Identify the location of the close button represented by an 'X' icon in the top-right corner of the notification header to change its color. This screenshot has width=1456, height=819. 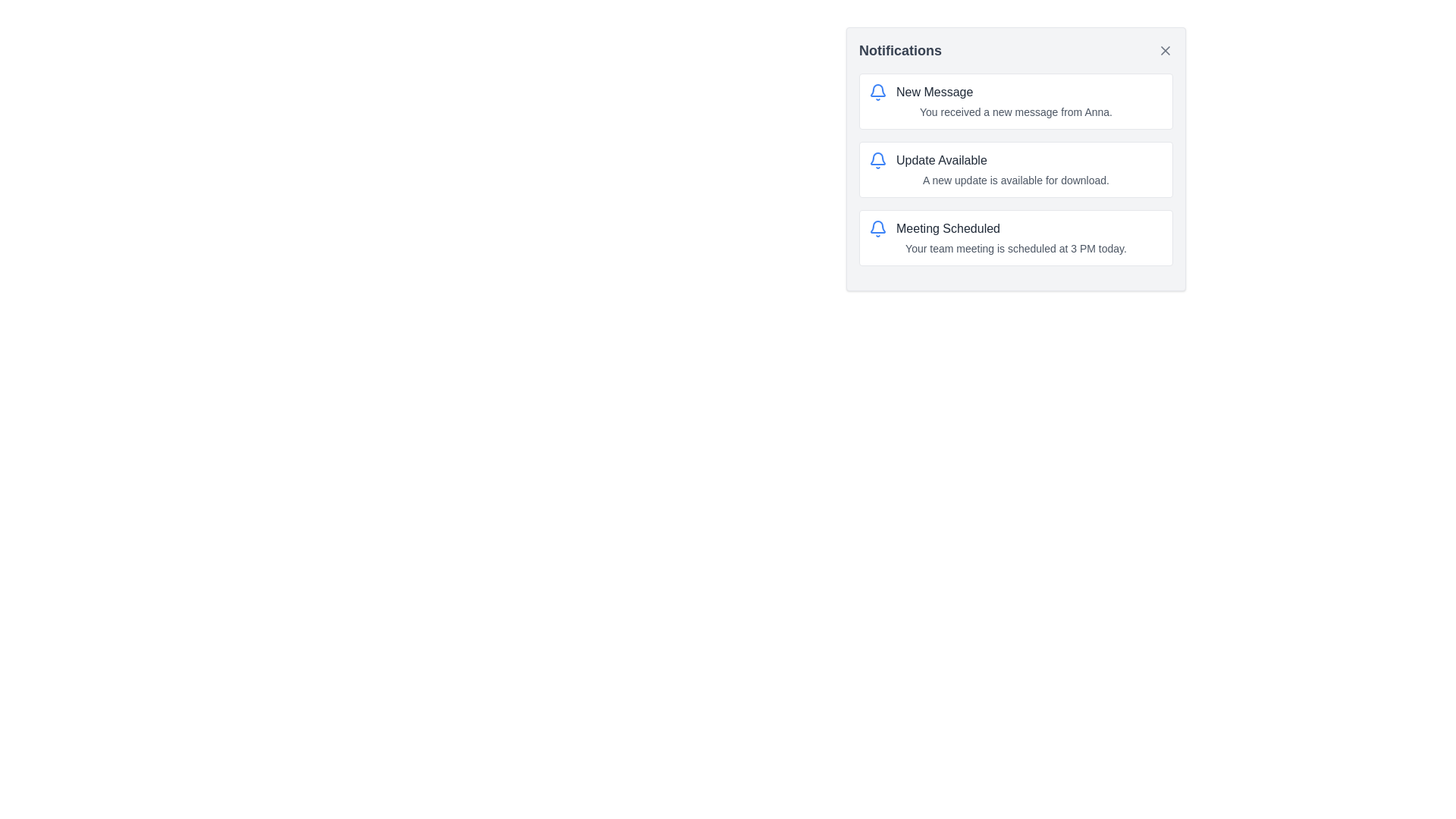
(1164, 49).